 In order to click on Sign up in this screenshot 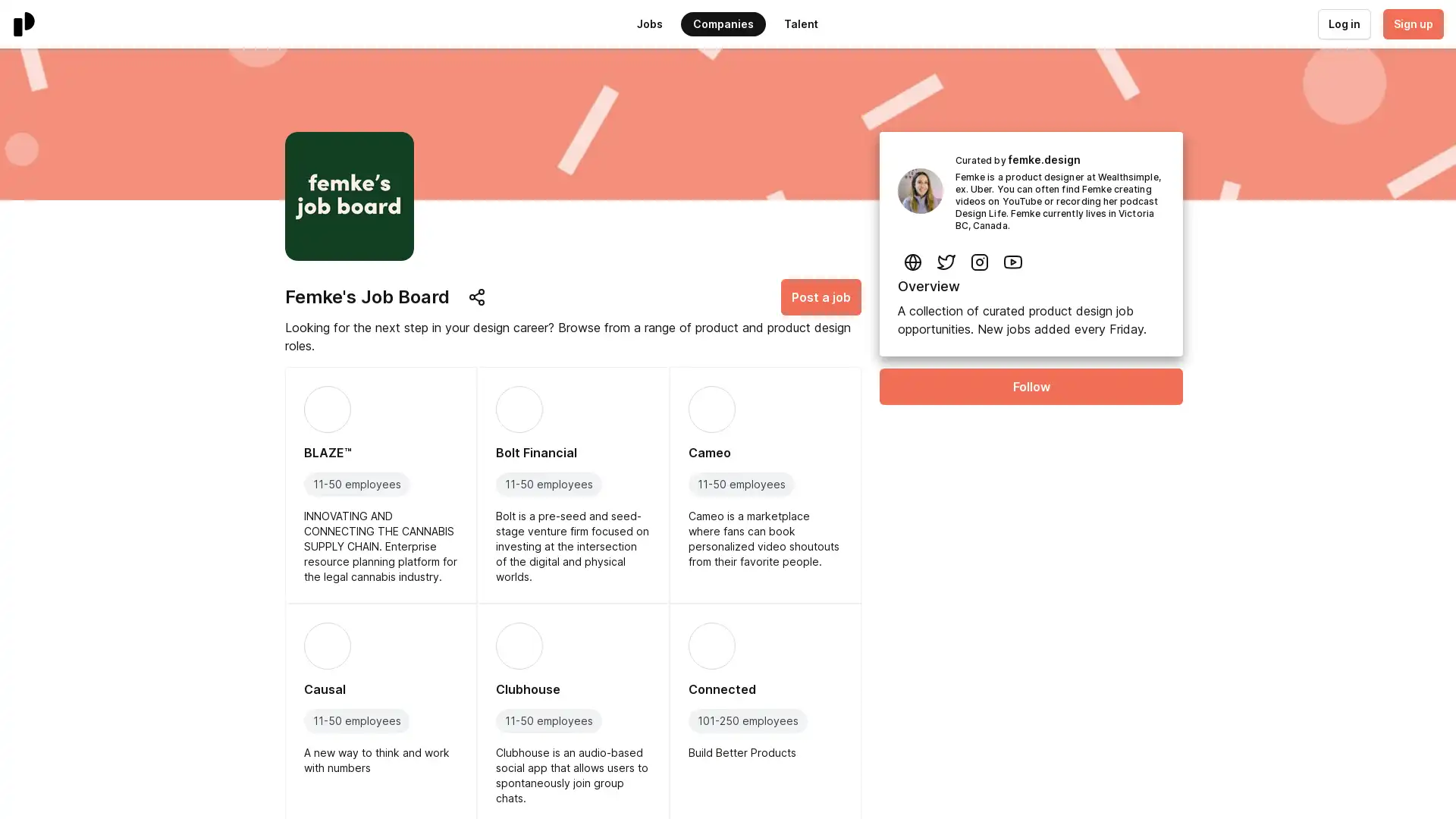, I will do `click(1411, 24)`.